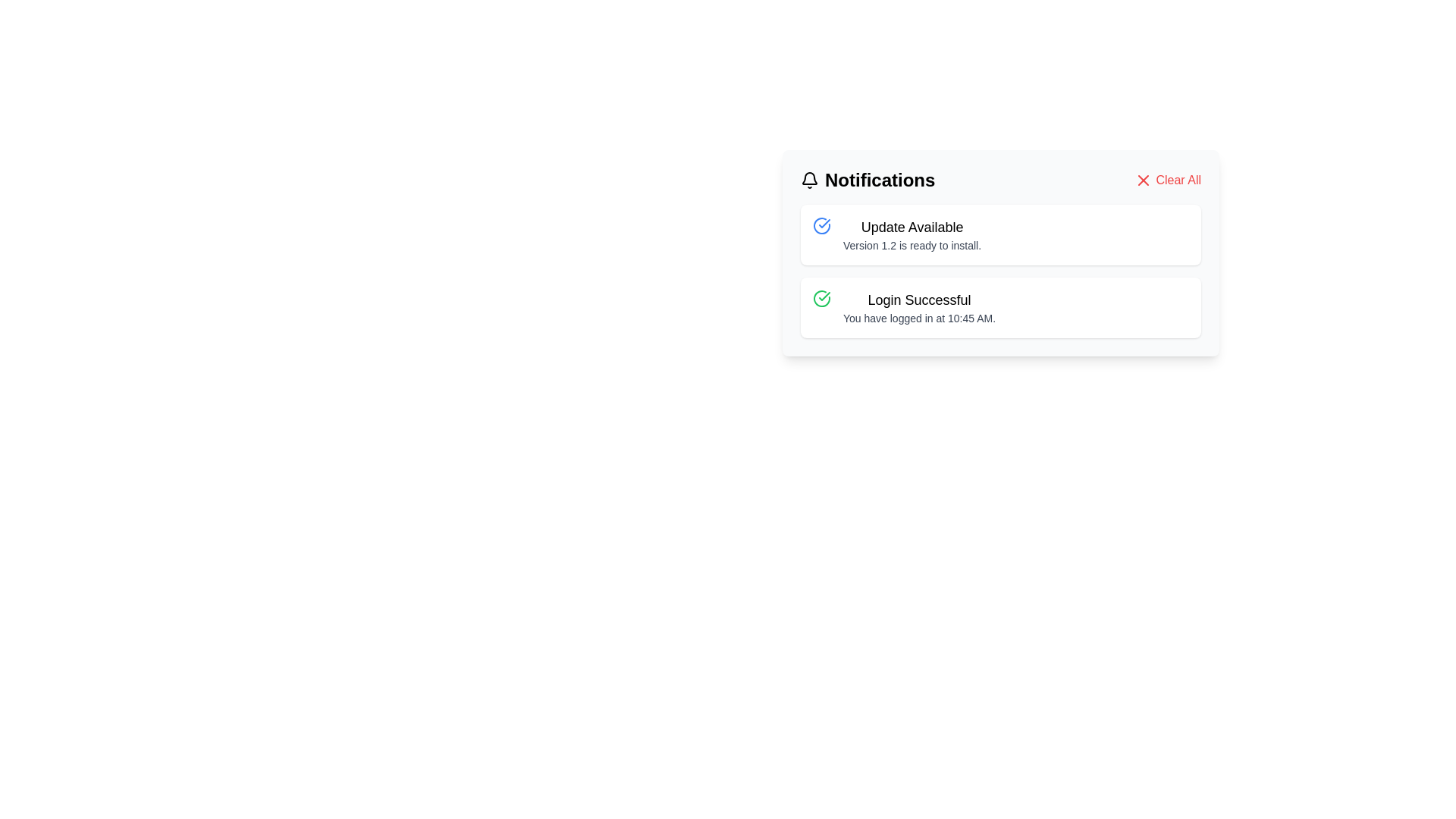  Describe the element at coordinates (912, 227) in the screenshot. I see `the 'Update Available' text label located at the top of the notification card, which is emphasized in a medium-sized bold font` at that location.